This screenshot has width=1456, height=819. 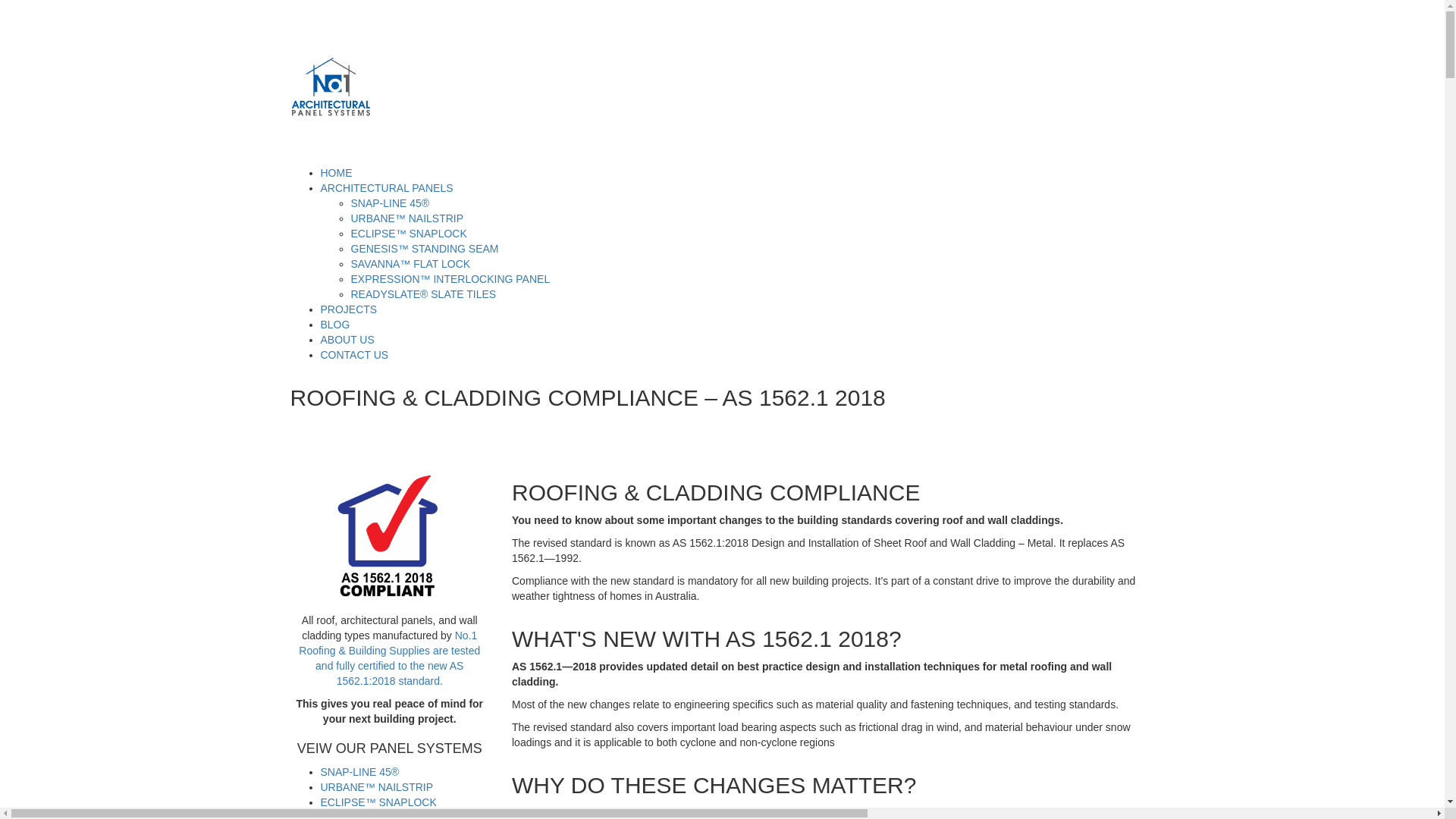 I want to click on 'AS1562.1-2018-Compliant-Roofing-Cladding', so click(x=389, y=534).